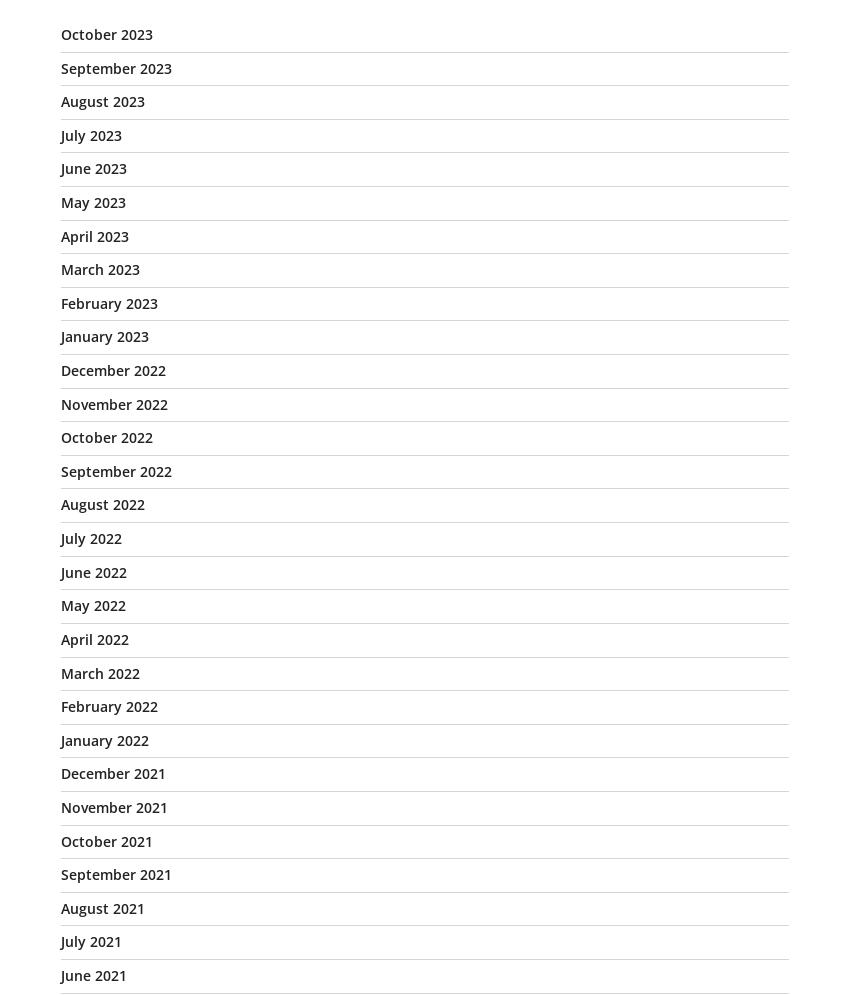 This screenshot has height=995, width=850. Describe the element at coordinates (90, 538) in the screenshot. I see `'July 2022'` at that location.